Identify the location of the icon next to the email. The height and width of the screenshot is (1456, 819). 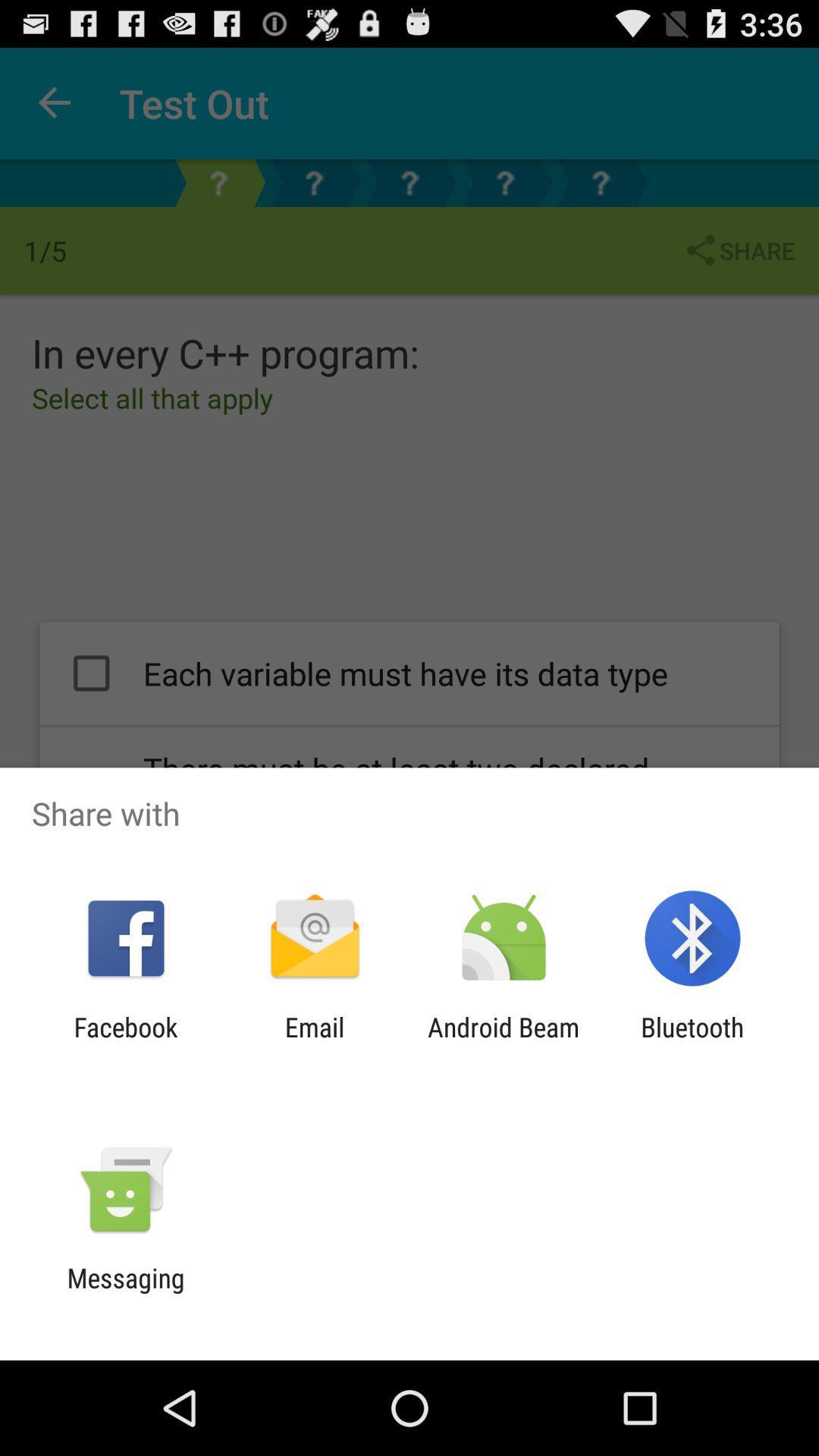
(125, 1042).